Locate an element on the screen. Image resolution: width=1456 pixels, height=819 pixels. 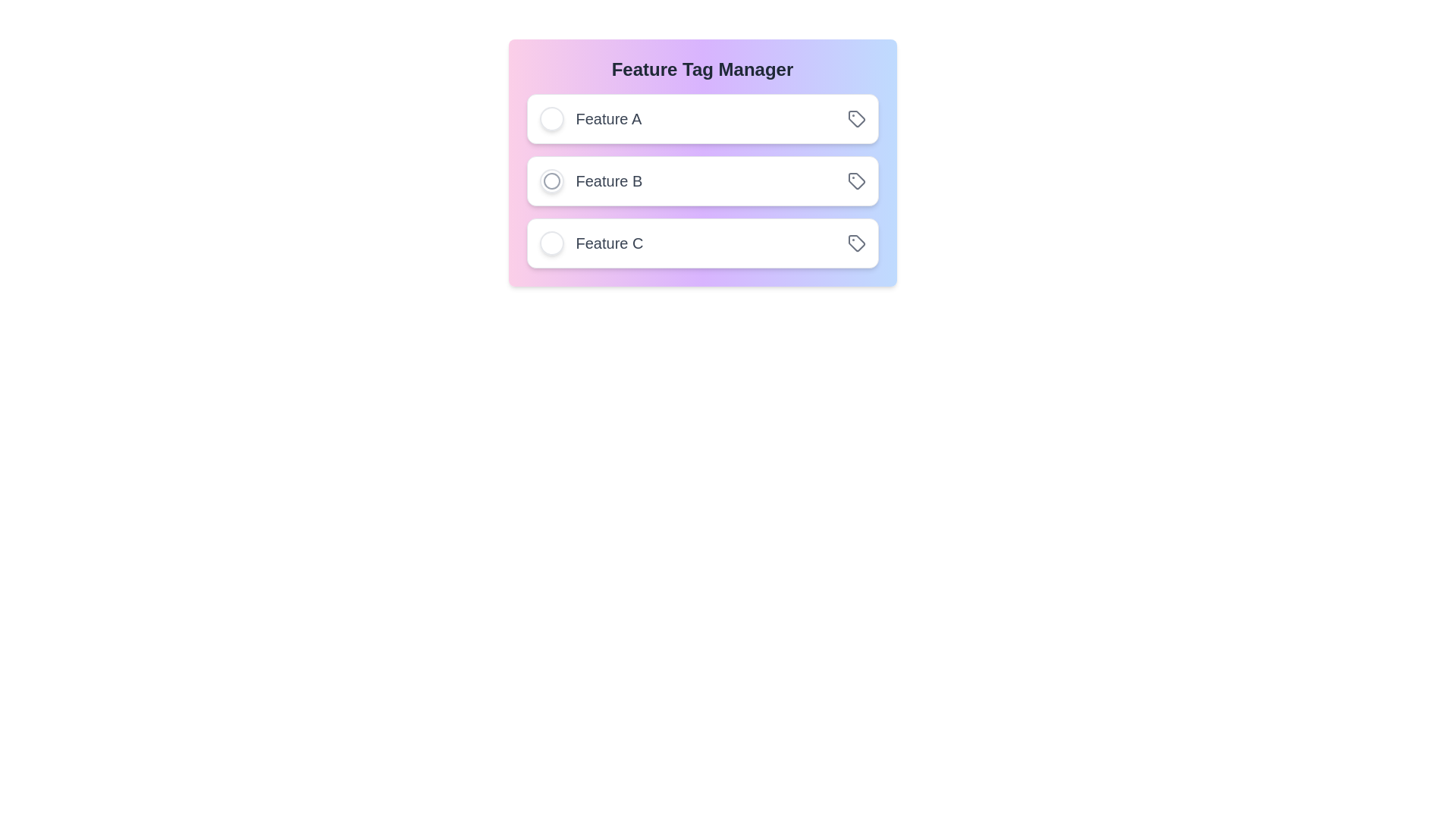
the tag icon indicating tagging functionality, located on the right side of the row associated with 'Feature B.' is located at coordinates (856, 180).